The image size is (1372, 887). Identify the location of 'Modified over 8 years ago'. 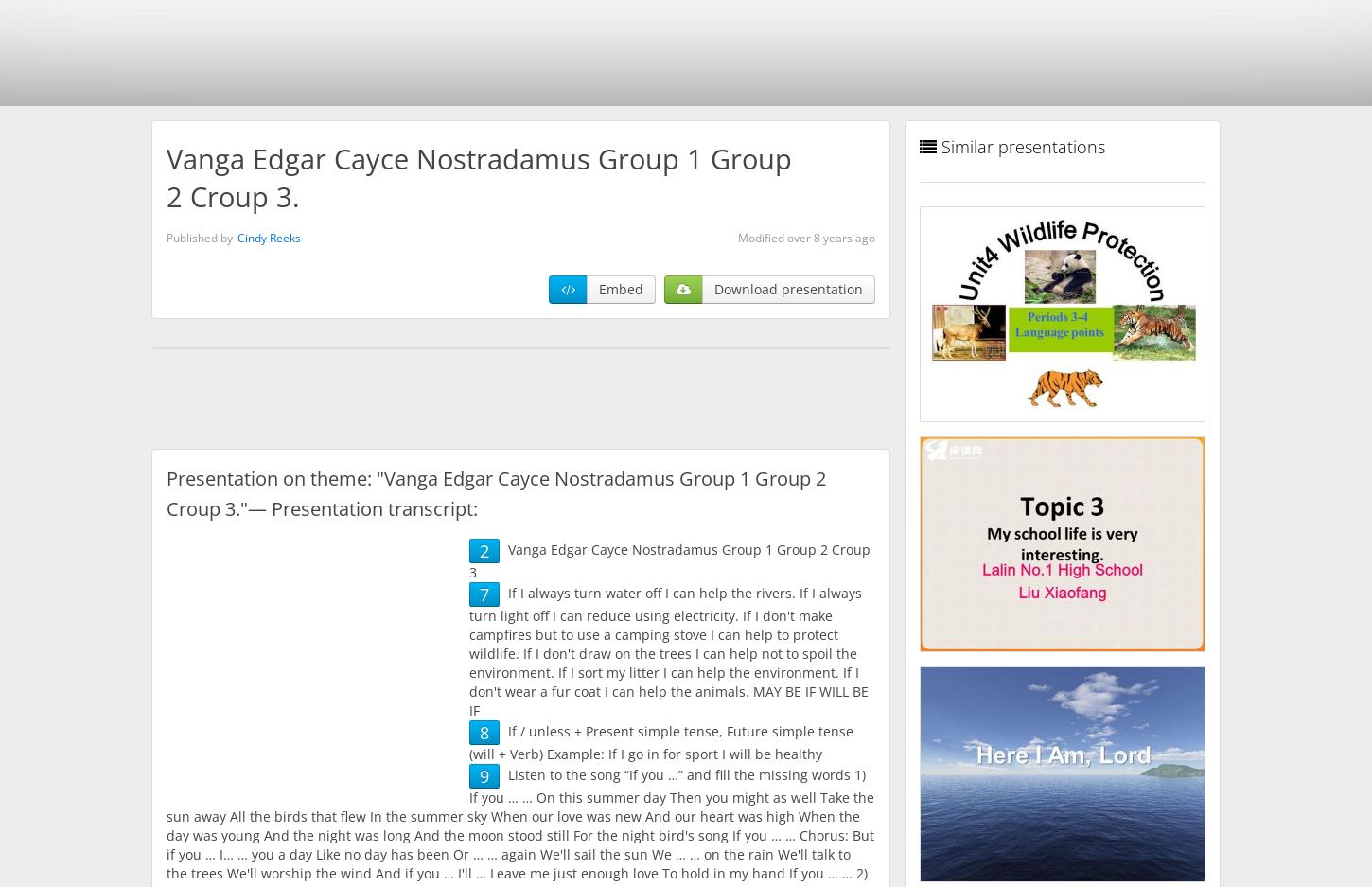
(804, 237).